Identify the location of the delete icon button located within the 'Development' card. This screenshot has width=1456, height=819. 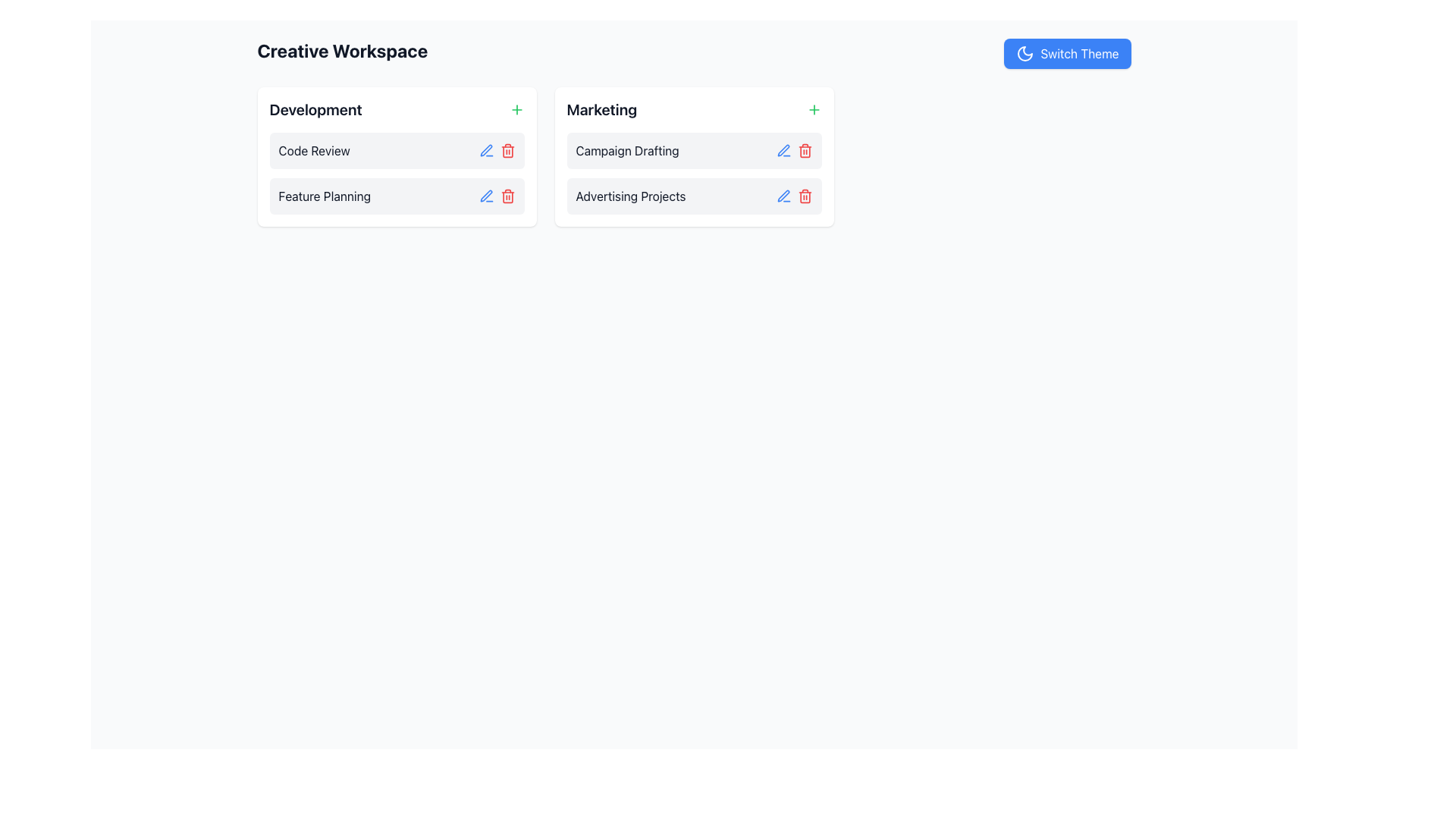
(507, 196).